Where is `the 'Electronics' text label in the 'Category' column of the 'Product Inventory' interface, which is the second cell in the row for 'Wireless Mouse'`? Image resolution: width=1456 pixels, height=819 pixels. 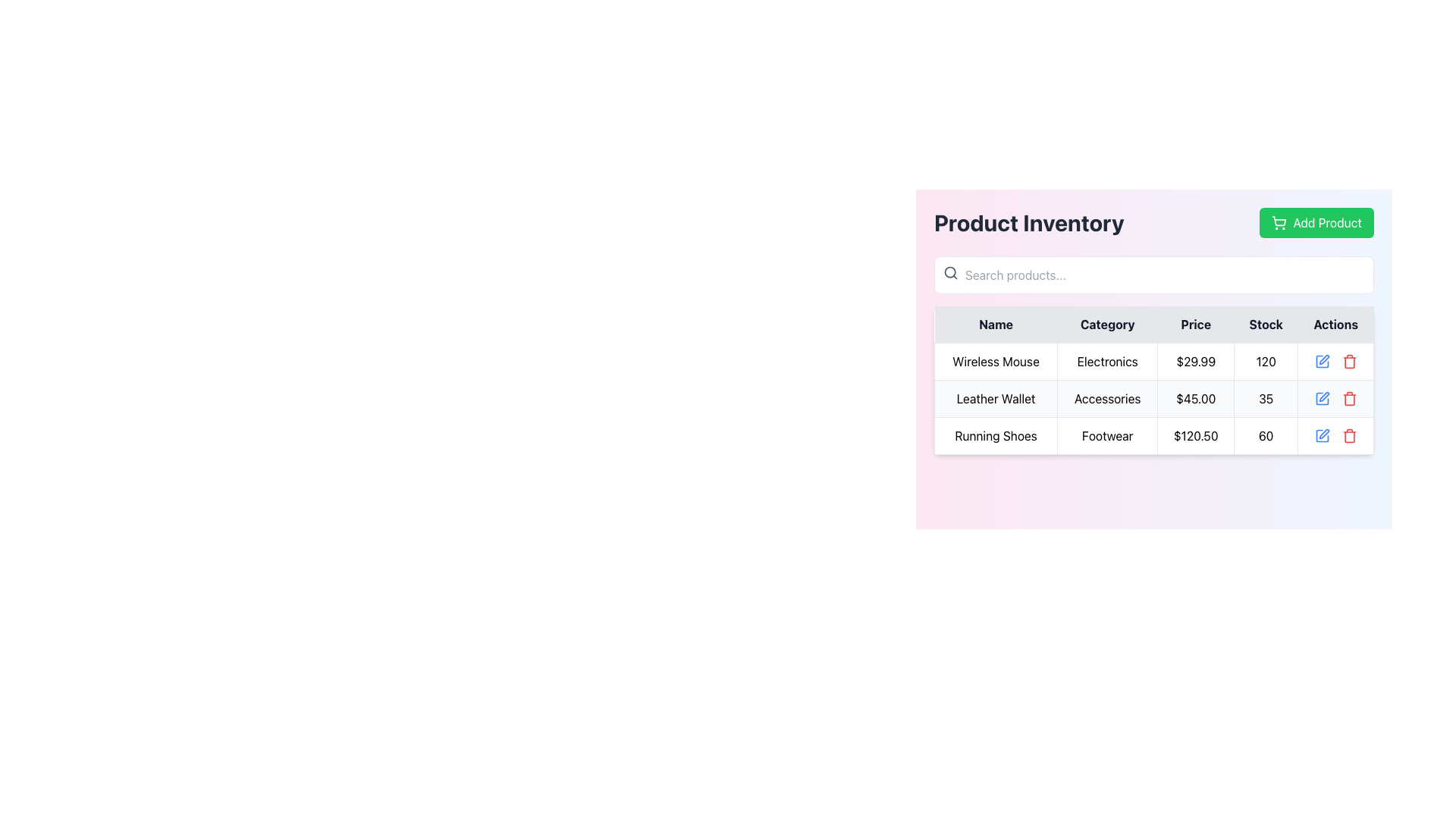
the 'Electronics' text label in the 'Category' column of the 'Product Inventory' interface, which is the second cell in the row for 'Wireless Mouse' is located at coordinates (1107, 362).